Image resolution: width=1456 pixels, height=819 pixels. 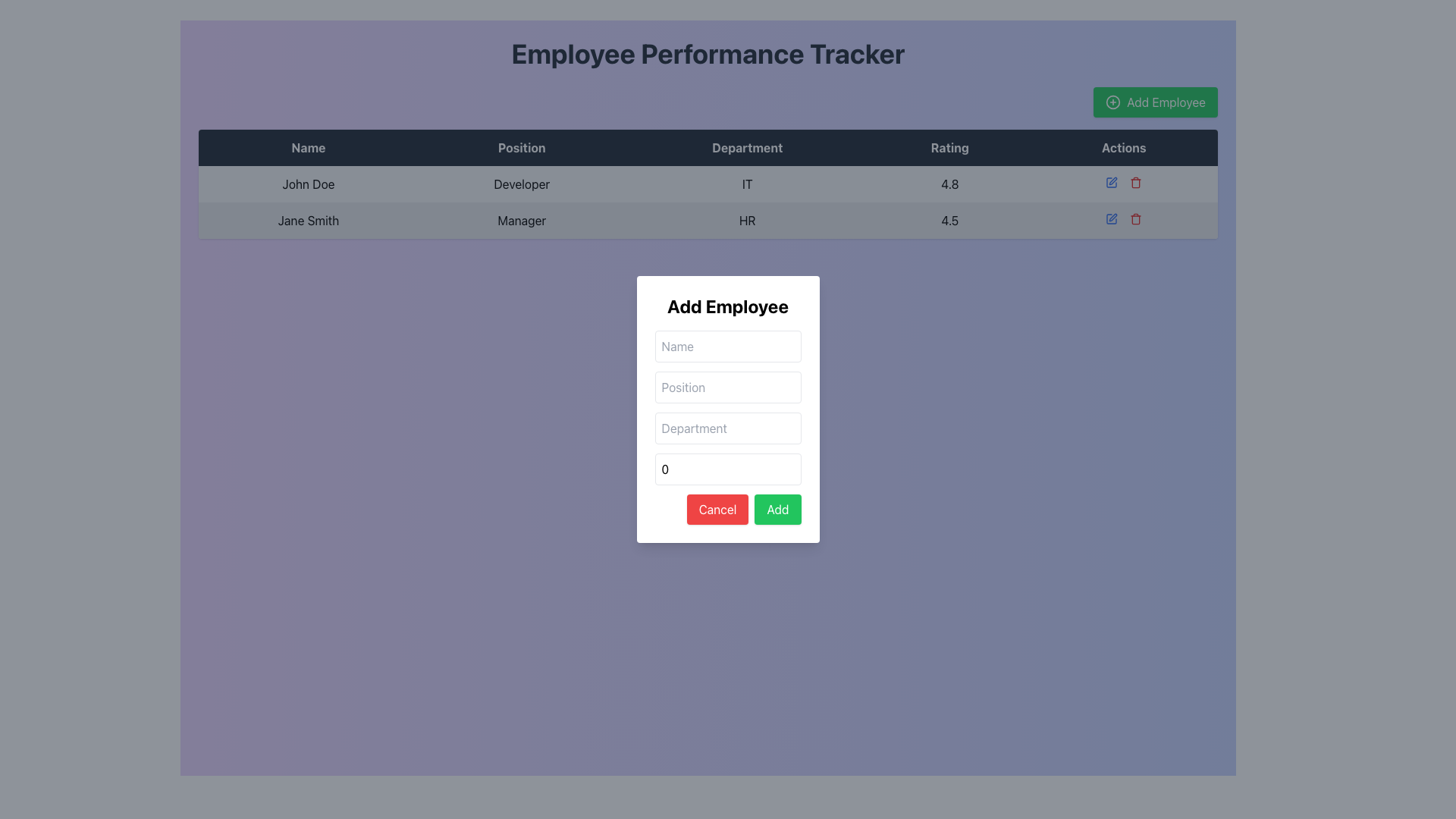 I want to click on the trash can icon located in the 'Actions' column of the 'Jane Smith' row in the table, so click(x=1136, y=220).